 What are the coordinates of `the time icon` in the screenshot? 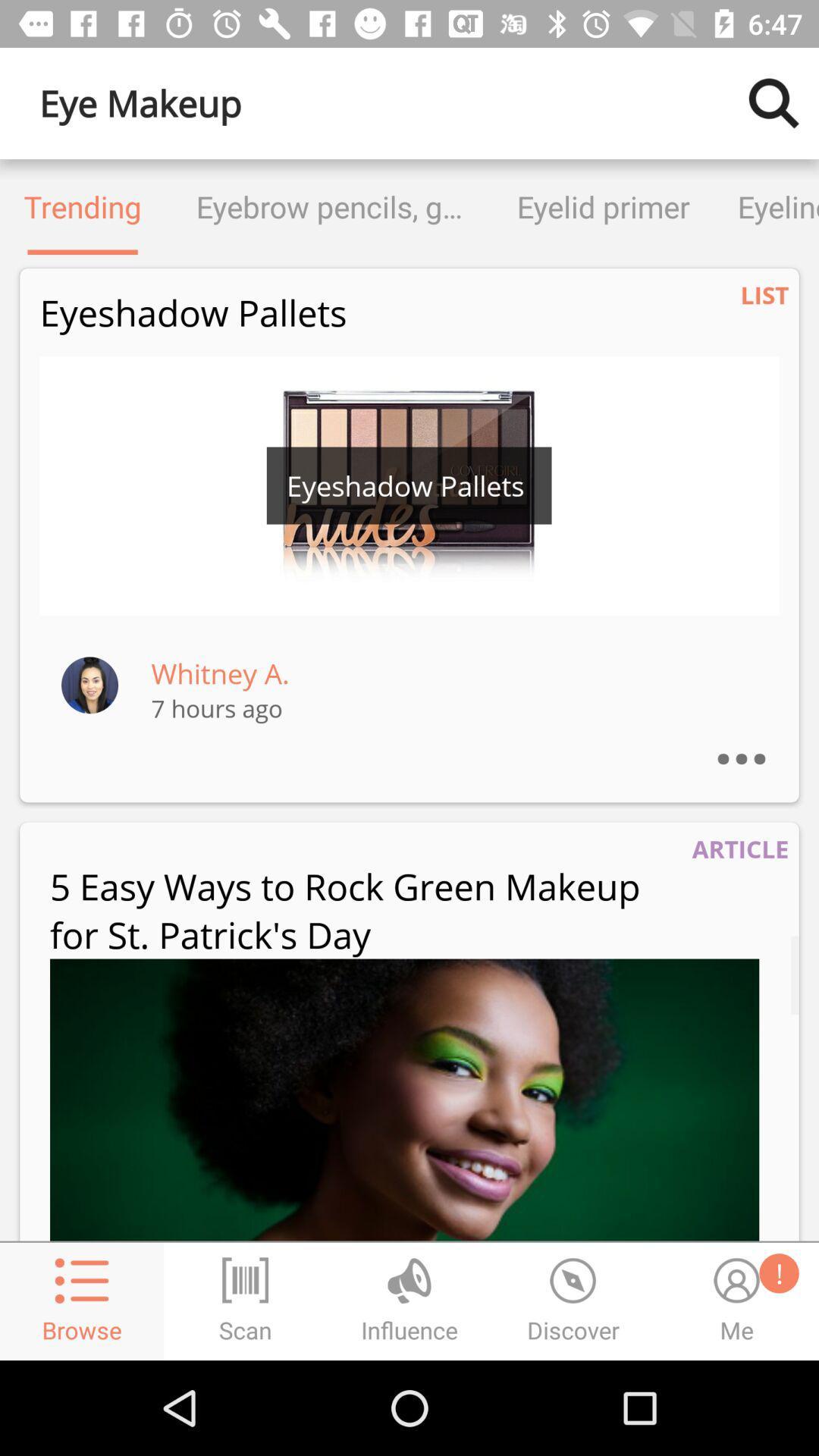 It's located at (573, 1301).